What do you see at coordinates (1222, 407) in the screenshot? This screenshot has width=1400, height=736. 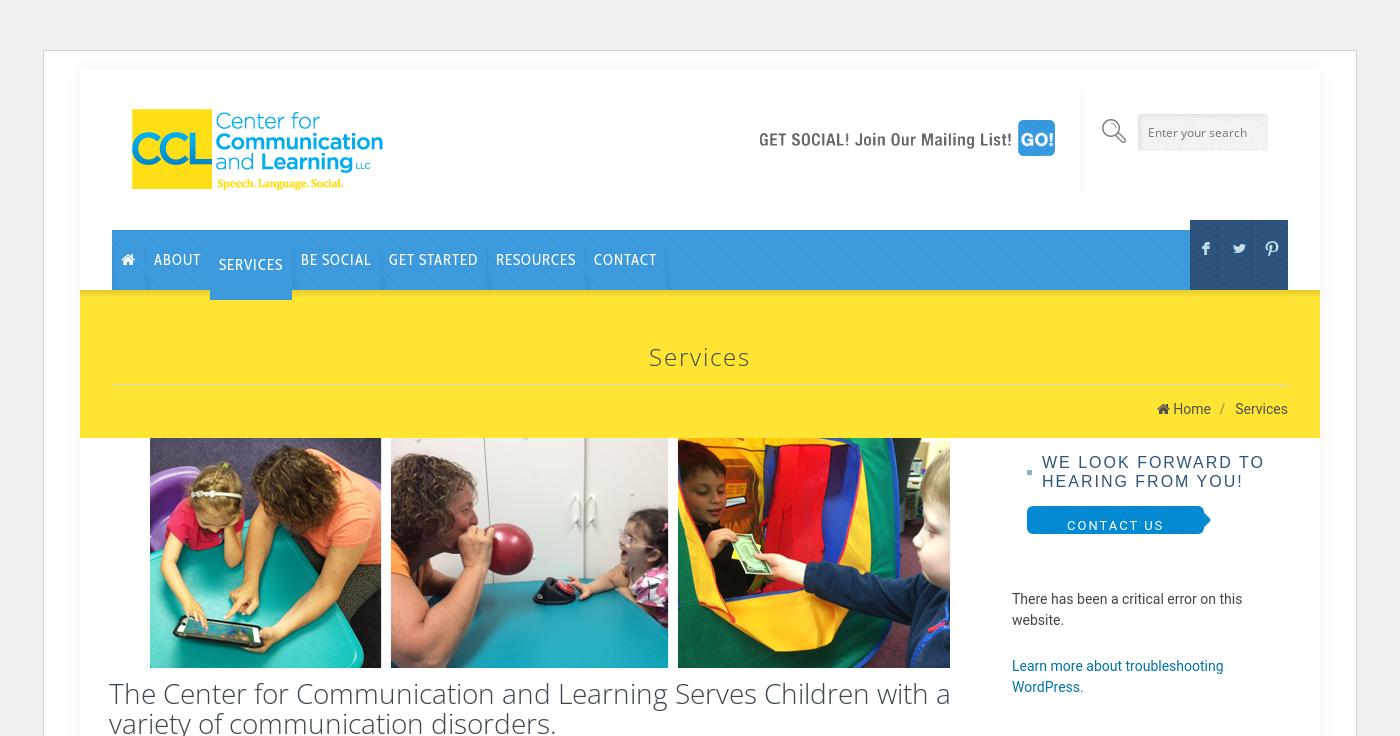 I see `'/'` at bounding box center [1222, 407].